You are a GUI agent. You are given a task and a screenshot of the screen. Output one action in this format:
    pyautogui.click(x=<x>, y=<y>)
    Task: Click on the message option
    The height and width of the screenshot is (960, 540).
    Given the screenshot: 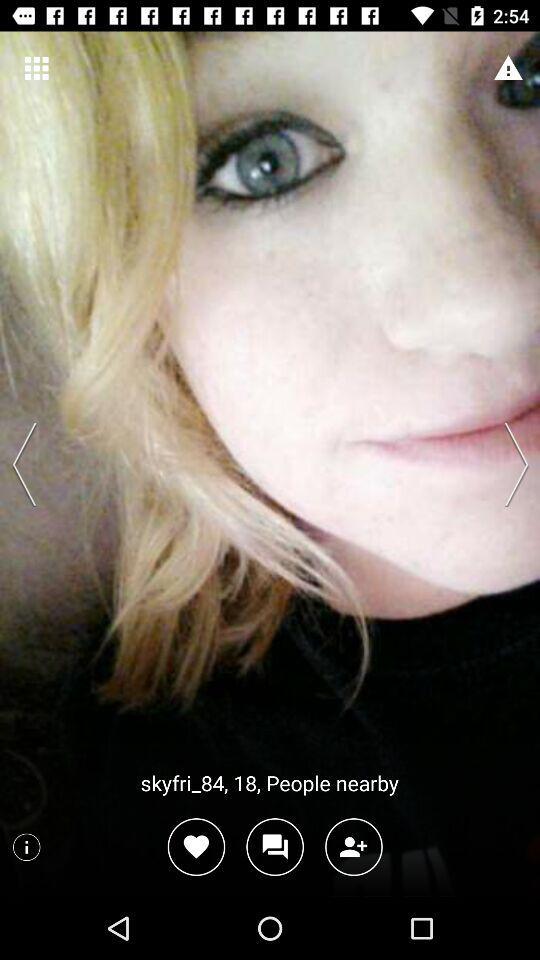 What is the action you would take?
    pyautogui.click(x=274, y=846)
    